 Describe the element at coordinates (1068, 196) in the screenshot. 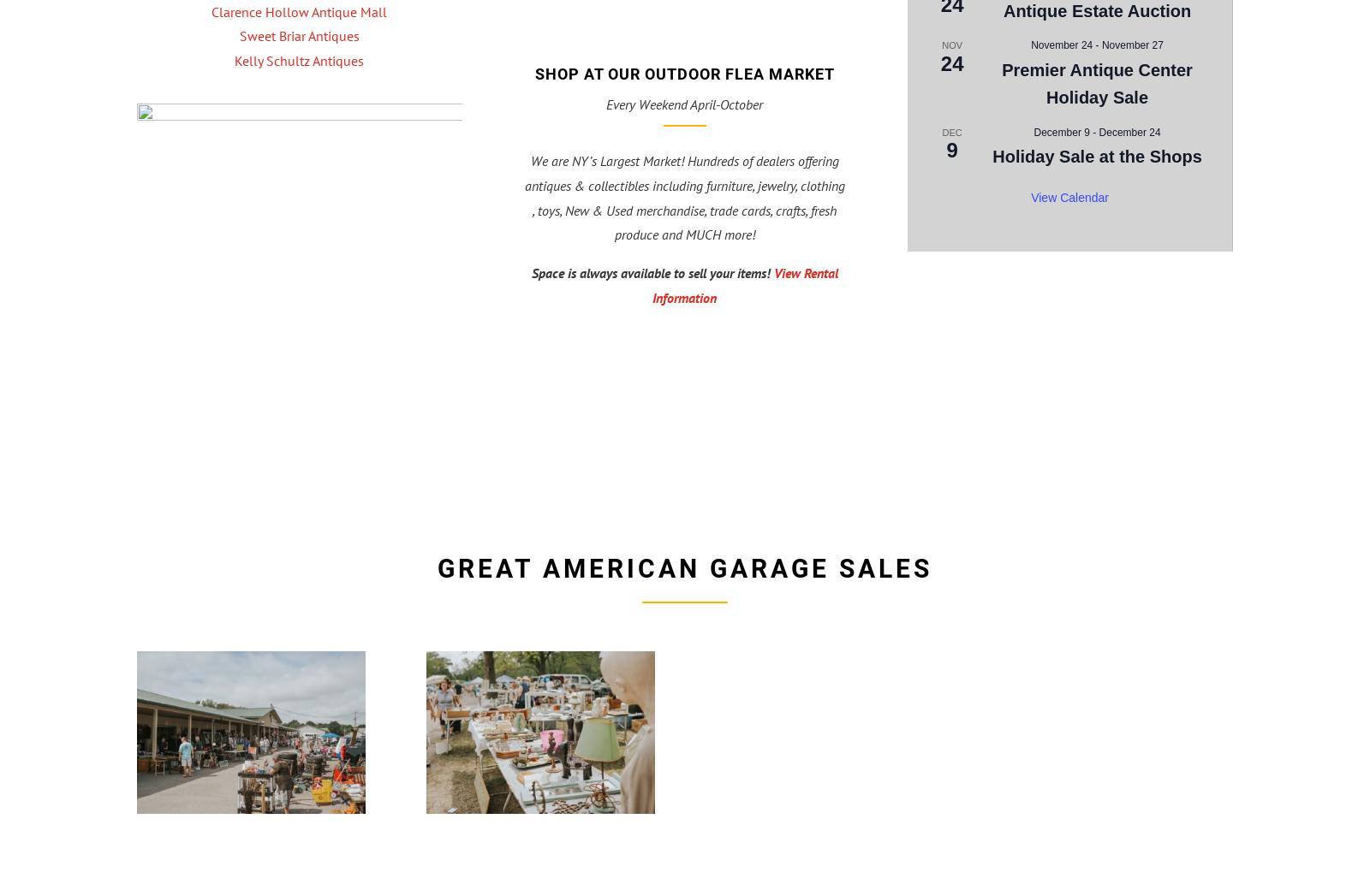

I see `'View Calendar'` at that location.